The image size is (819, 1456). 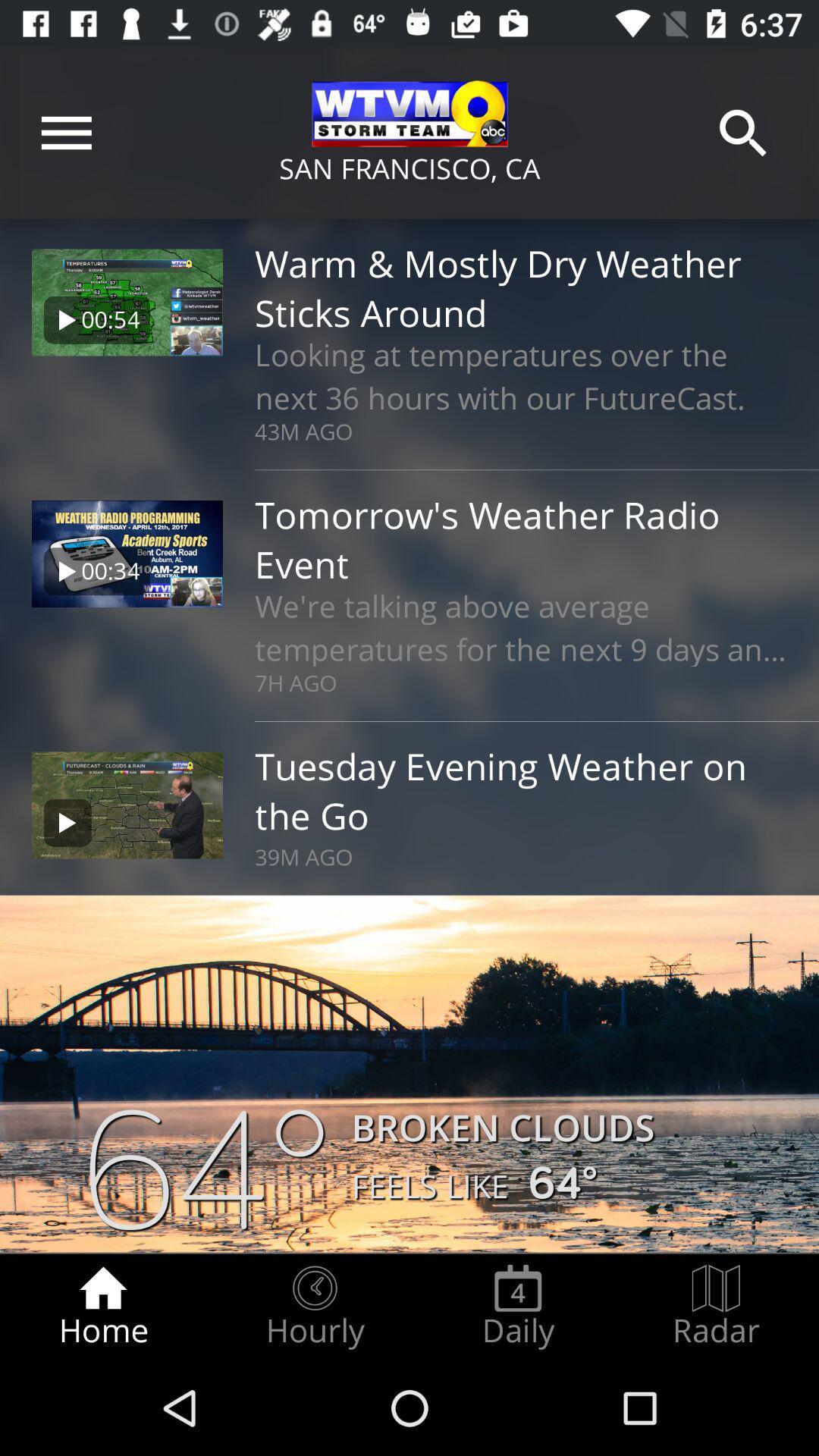 What do you see at coordinates (517, 1306) in the screenshot?
I see `the daily icon` at bounding box center [517, 1306].